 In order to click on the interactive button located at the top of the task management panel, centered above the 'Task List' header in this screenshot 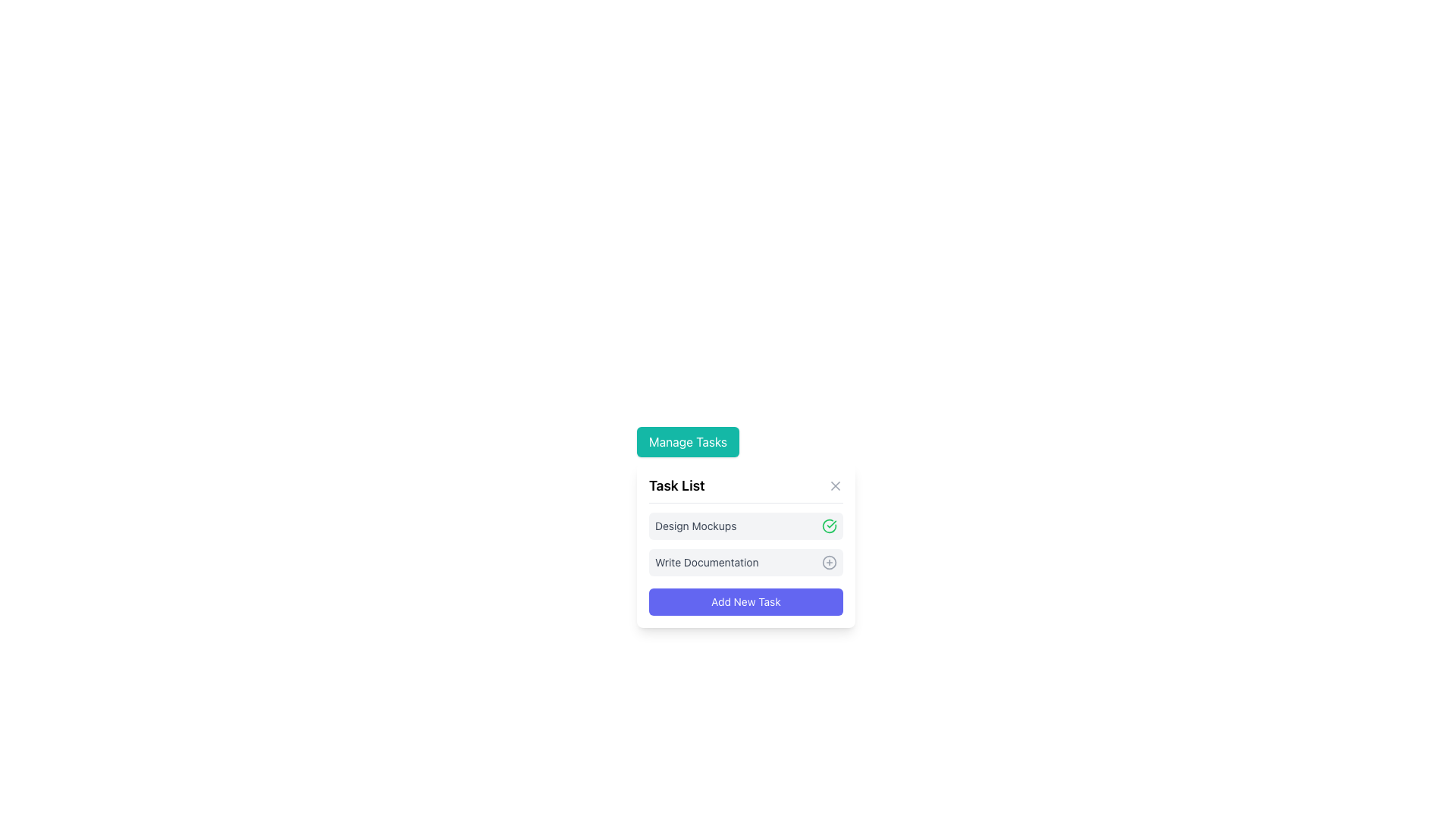, I will do `click(687, 441)`.